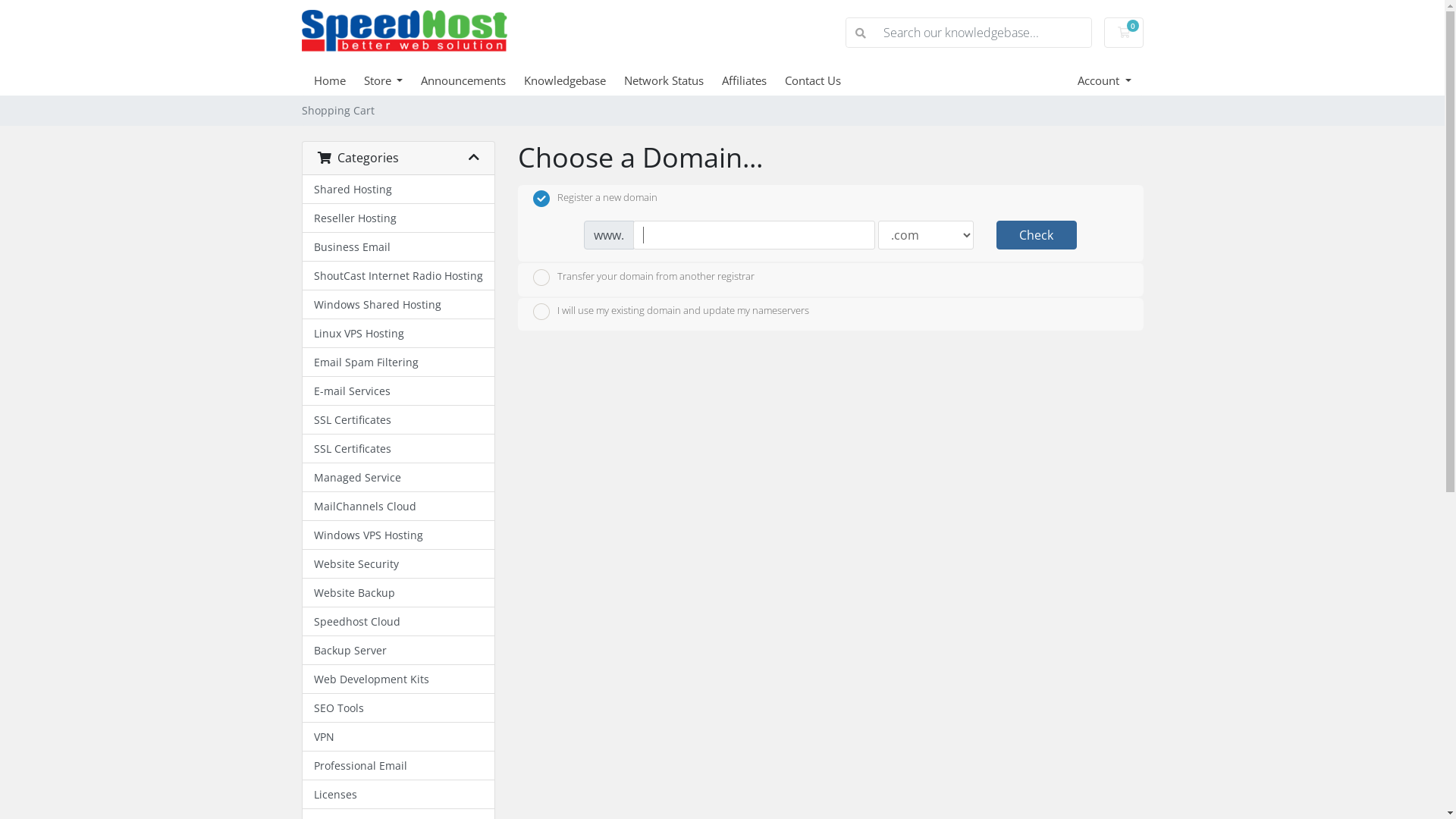 The width and height of the screenshot is (1456, 819). Describe the element at coordinates (397, 506) in the screenshot. I see `'MailChannels Cloud'` at that location.